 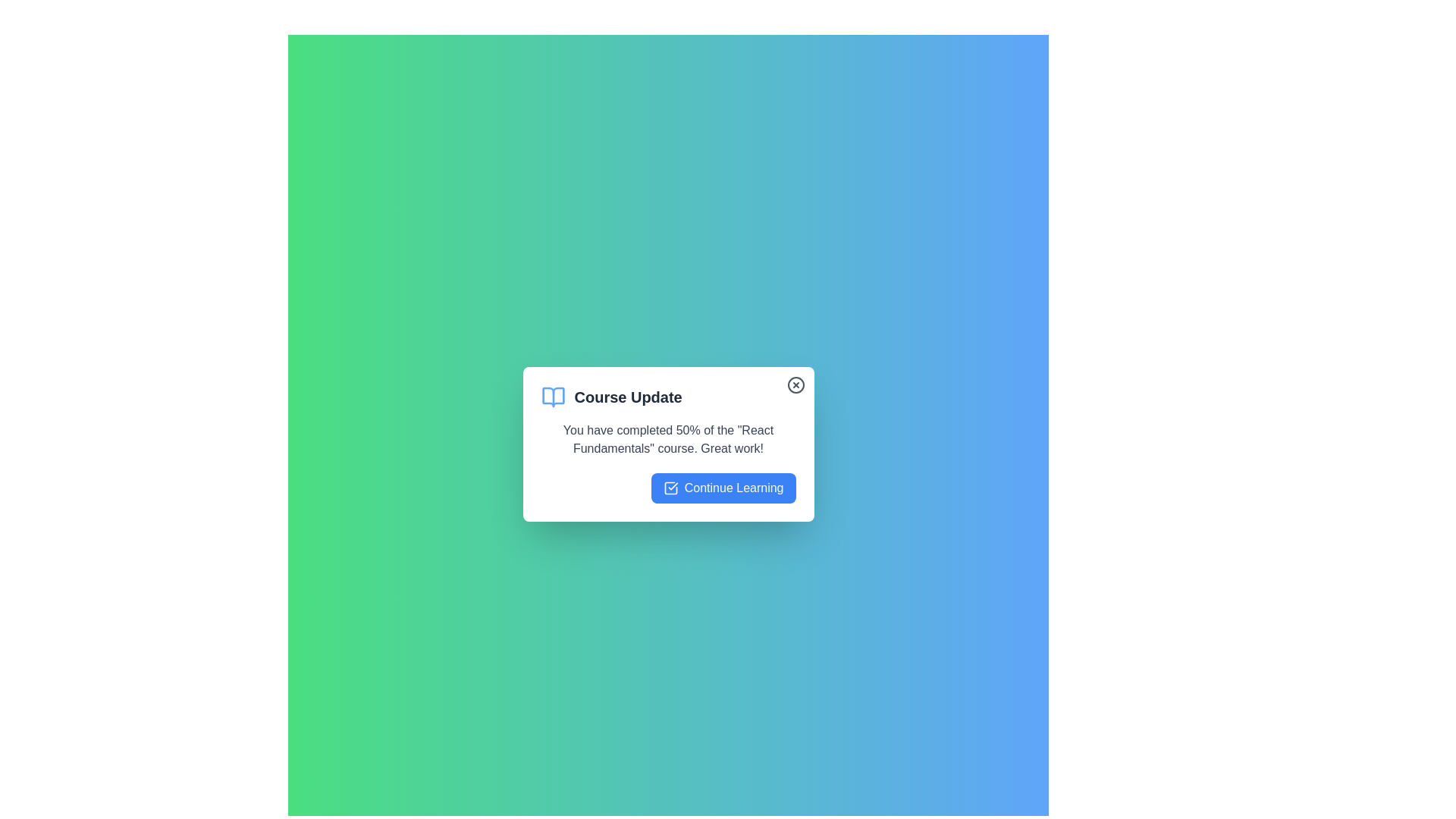 What do you see at coordinates (667, 439) in the screenshot?
I see `the static text block that reads 'You have completed 50% of the "React Fundamentals" course. Great work!' which is located centrally below the heading 'Course Update'` at bounding box center [667, 439].